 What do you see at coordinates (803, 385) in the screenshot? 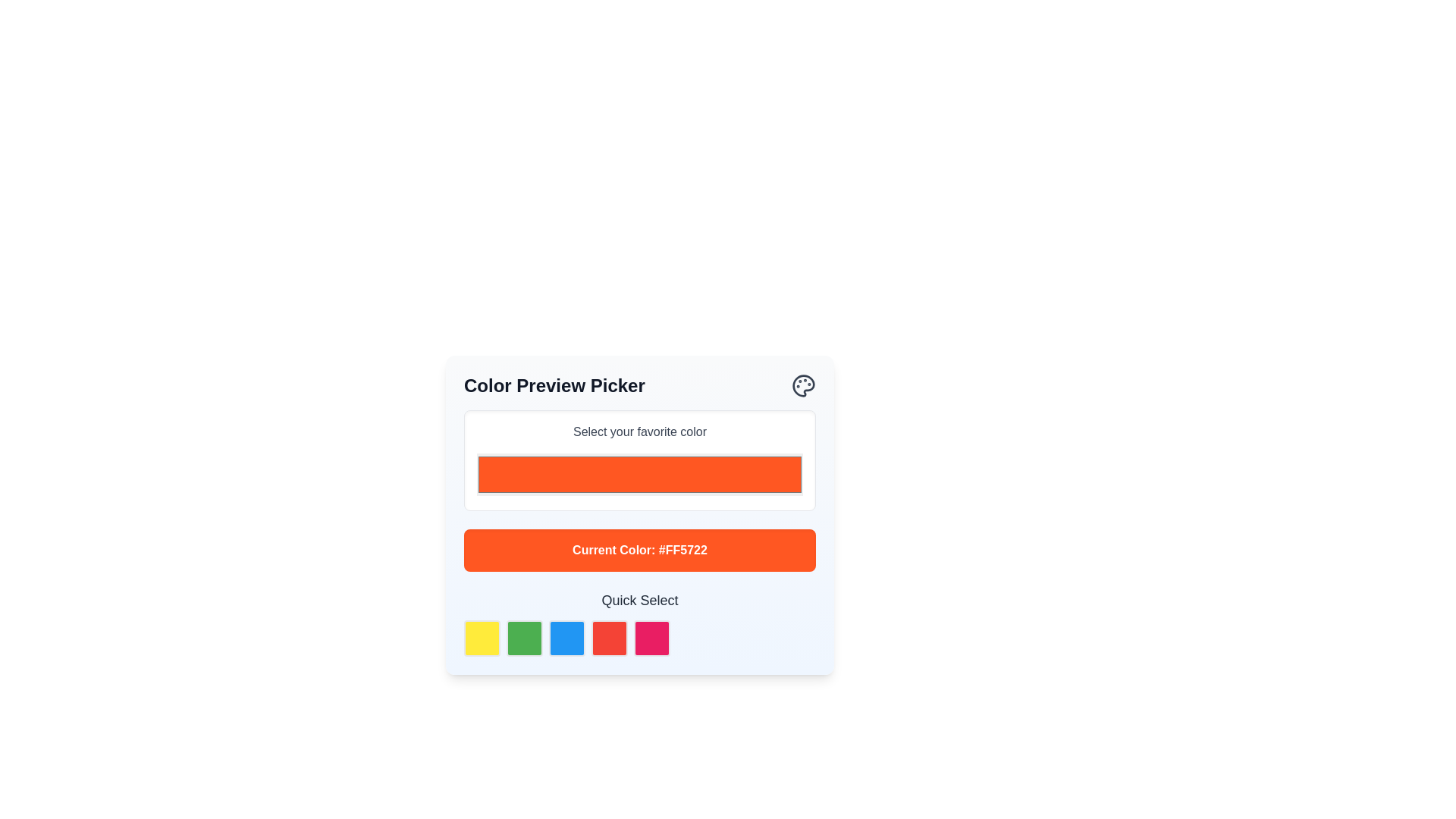
I see `the palette icon located at the top-right corner of the 'Color Preview Picker' interface` at bounding box center [803, 385].